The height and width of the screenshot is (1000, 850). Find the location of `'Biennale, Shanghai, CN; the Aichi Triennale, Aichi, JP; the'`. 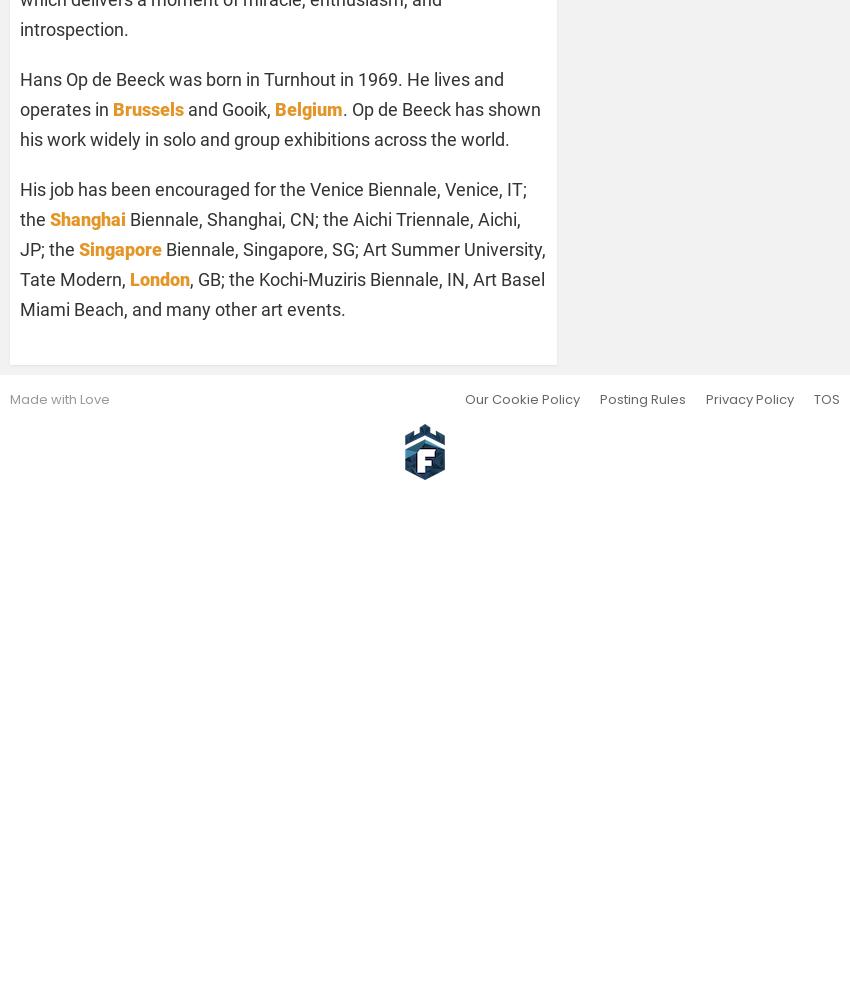

'Biennale, Shanghai, CN; the Aichi Triennale, Aichi, JP; the' is located at coordinates (18, 232).